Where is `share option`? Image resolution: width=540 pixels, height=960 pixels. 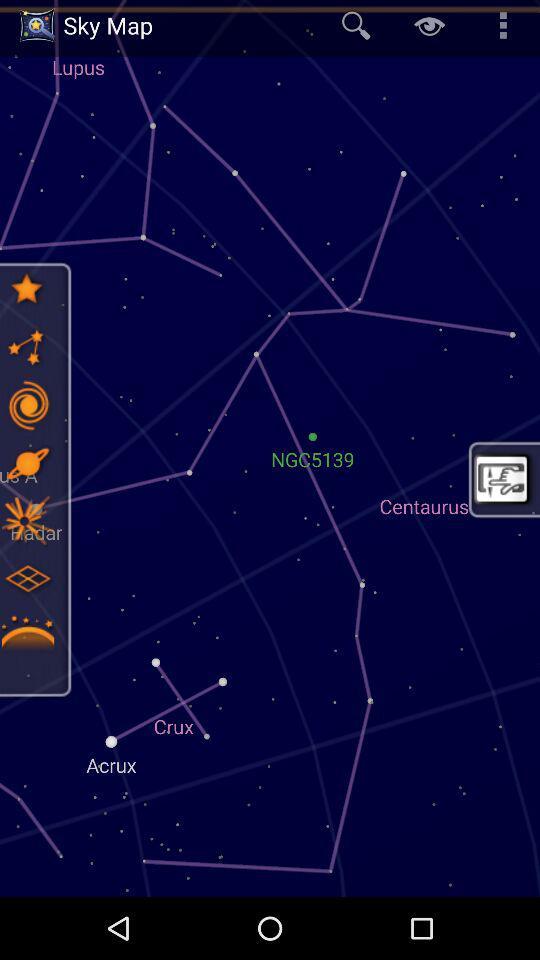
share option is located at coordinates (26, 347).